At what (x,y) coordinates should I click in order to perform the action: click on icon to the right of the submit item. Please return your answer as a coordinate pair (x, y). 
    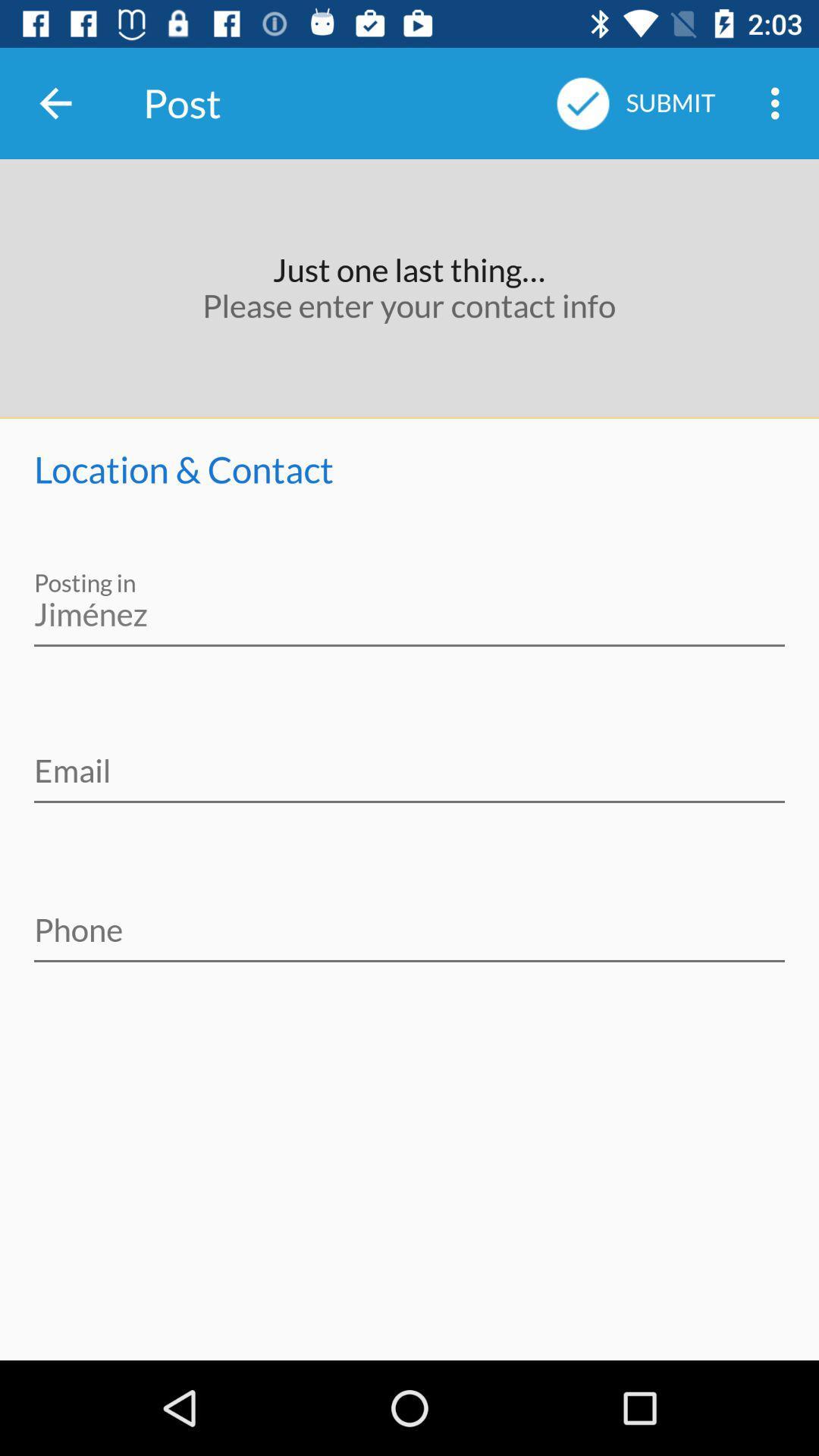
    Looking at the image, I should click on (779, 102).